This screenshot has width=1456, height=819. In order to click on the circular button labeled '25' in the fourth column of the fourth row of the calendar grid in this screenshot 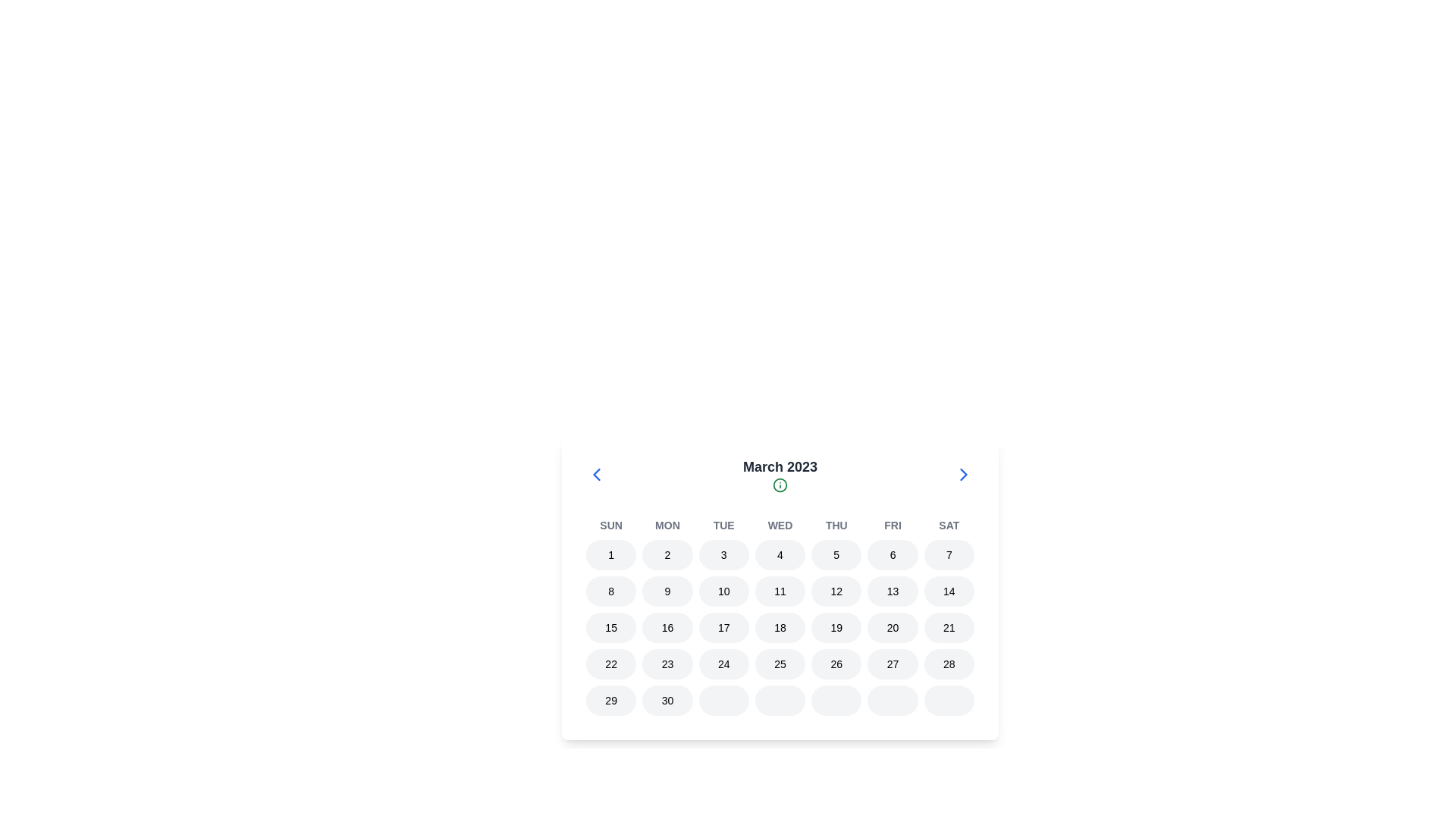, I will do `click(780, 663)`.